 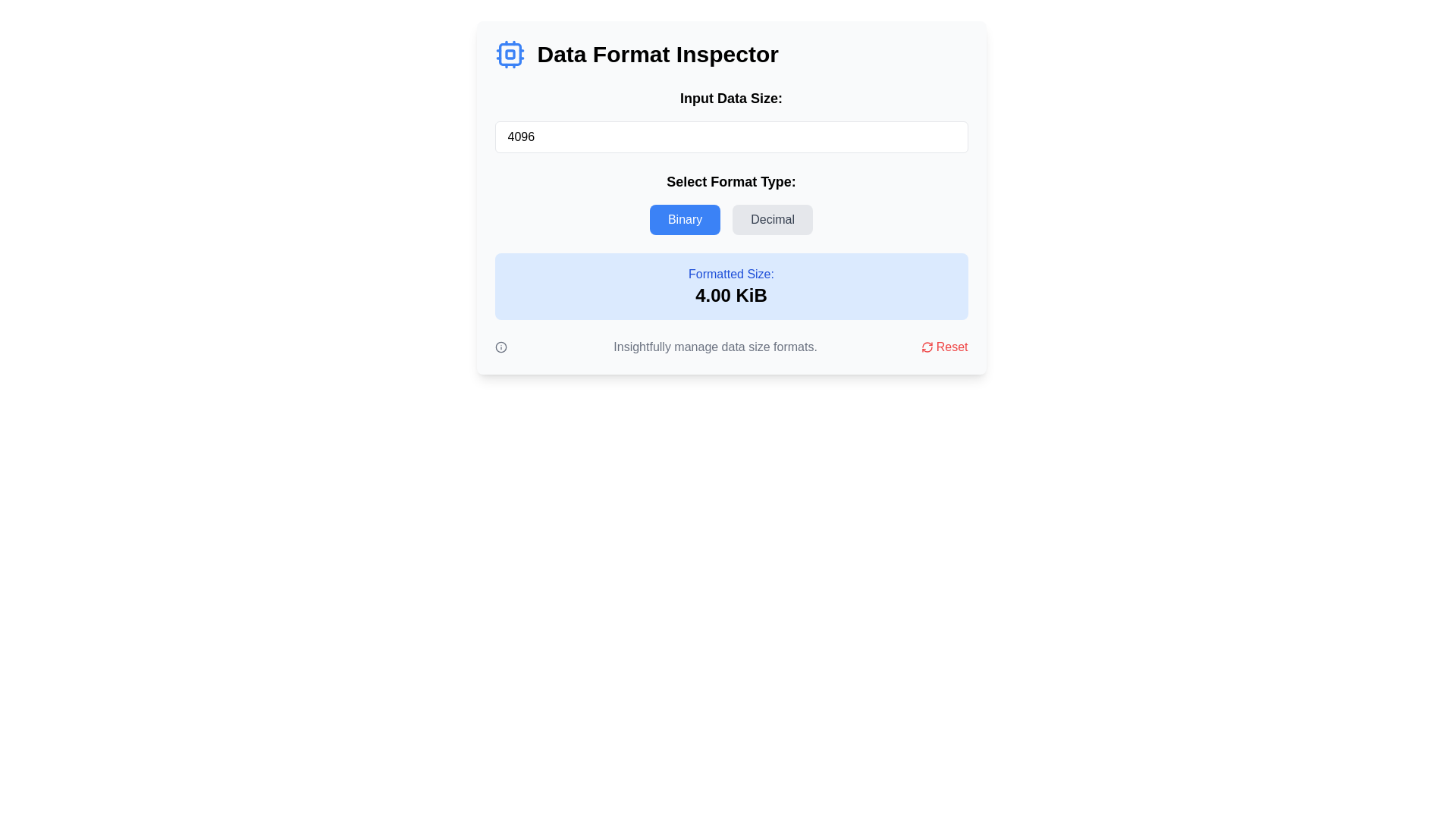 What do you see at coordinates (773, 219) in the screenshot?
I see `the 'Decimal' button, which has a gray background and rounded corners` at bounding box center [773, 219].